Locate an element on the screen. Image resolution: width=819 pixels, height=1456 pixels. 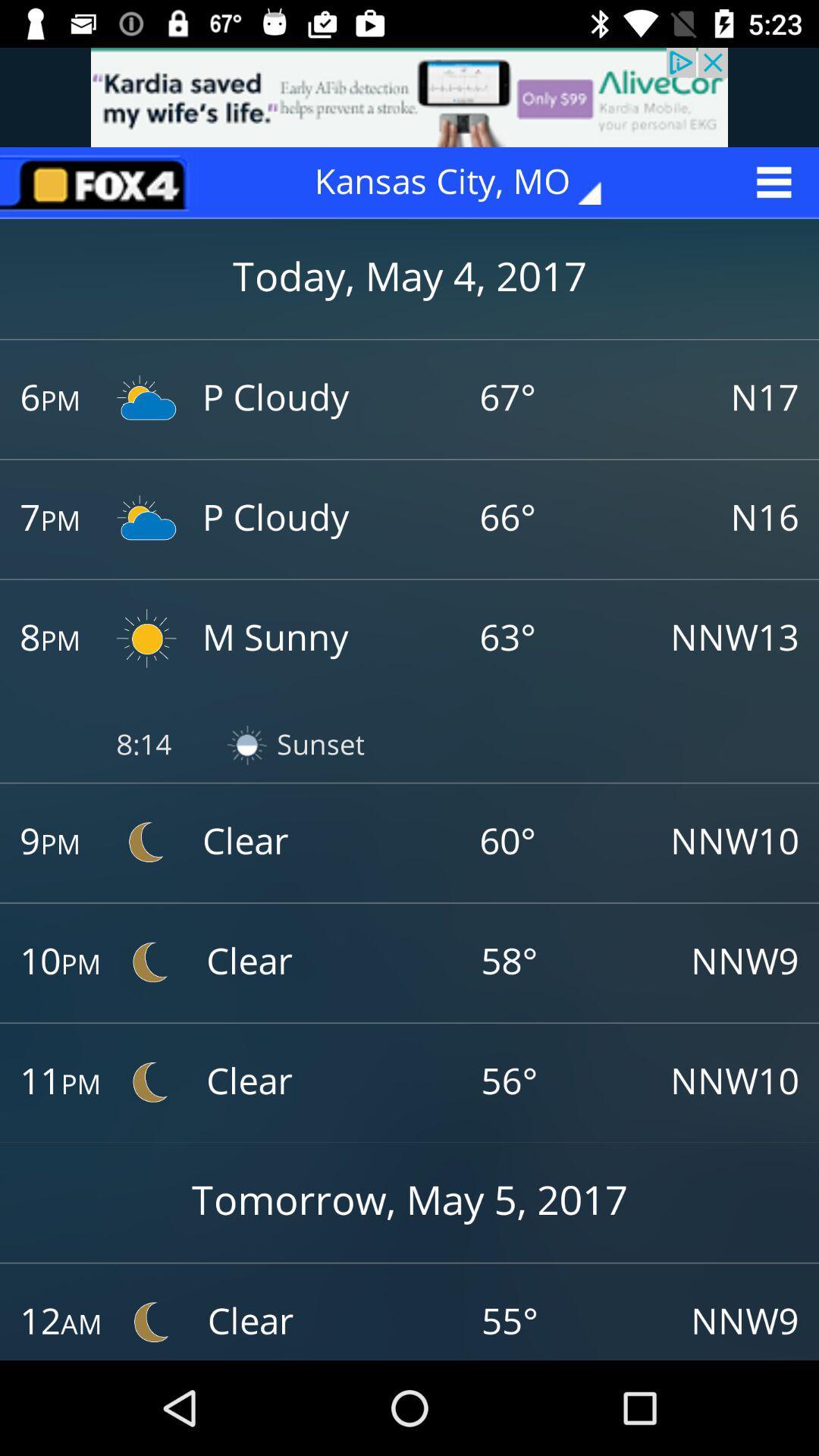
advertisement is located at coordinates (409, 96).